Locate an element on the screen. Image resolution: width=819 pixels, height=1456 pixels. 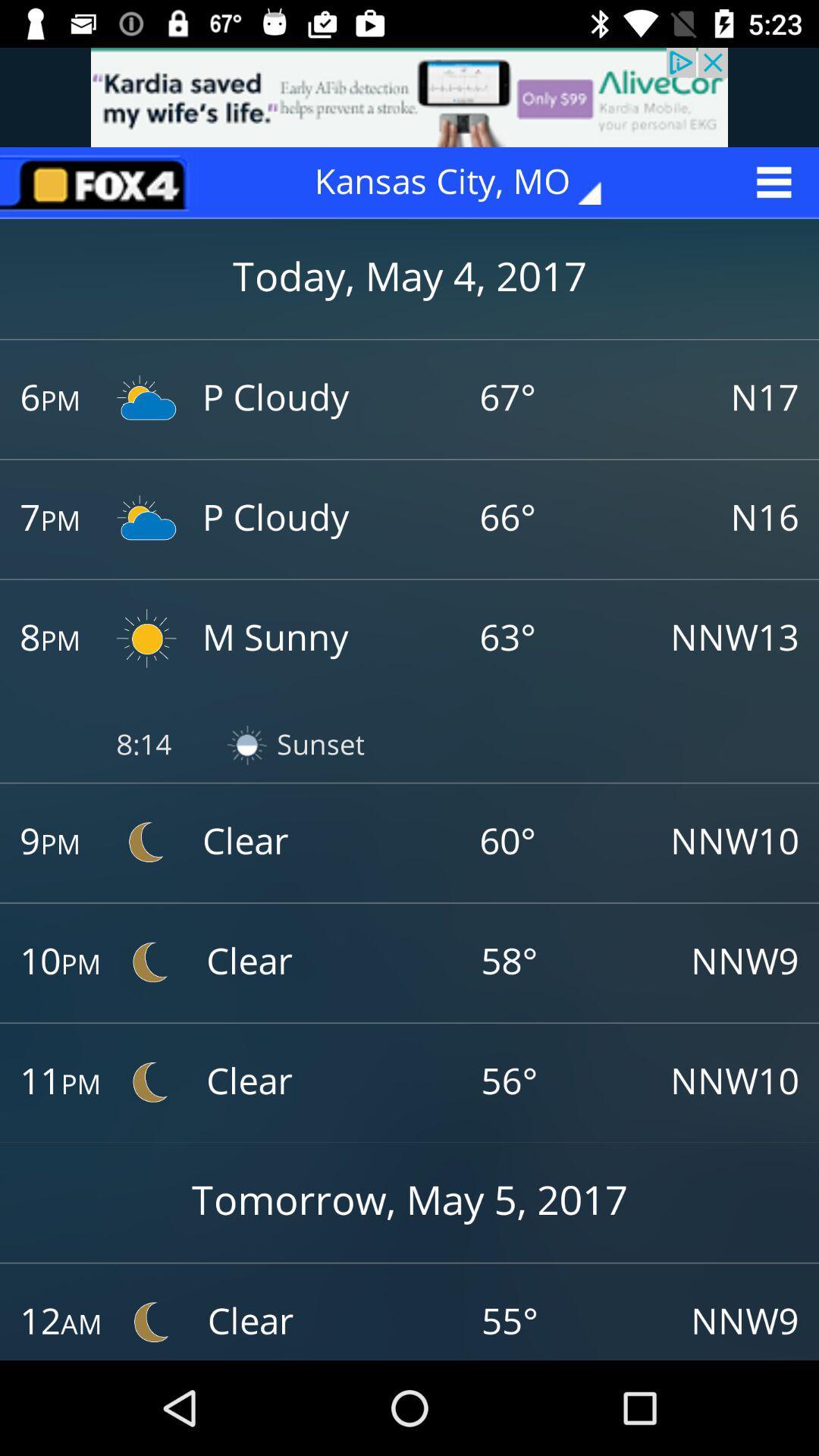
advertisement is located at coordinates (409, 96).